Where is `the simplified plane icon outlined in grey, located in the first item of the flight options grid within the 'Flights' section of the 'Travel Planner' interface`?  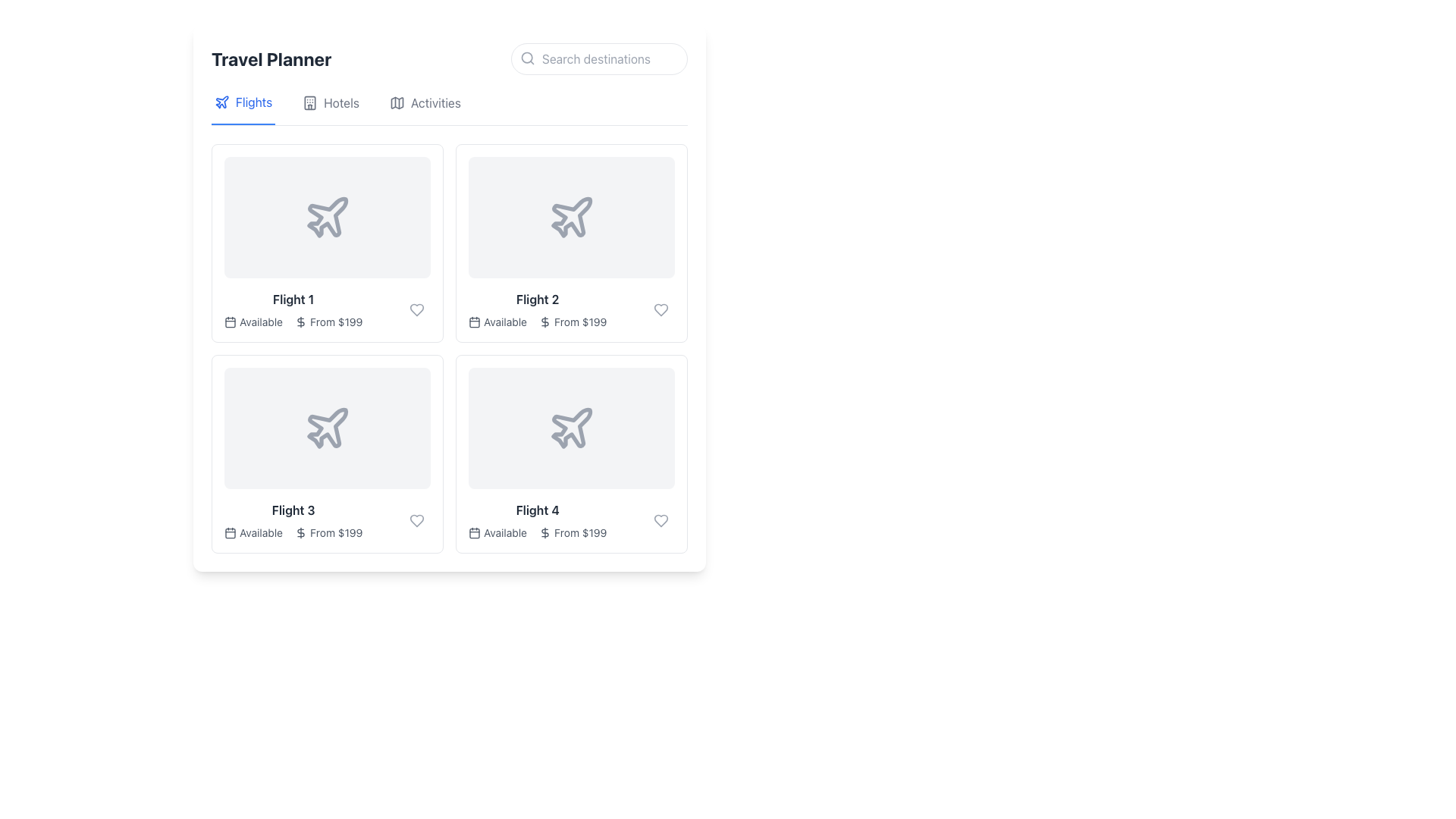 the simplified plane icon outlined in grey, located in the first item of the flight options grid within the 'Flights' section of the 'Travel Planner' interface is located at coordinates (221, 102).